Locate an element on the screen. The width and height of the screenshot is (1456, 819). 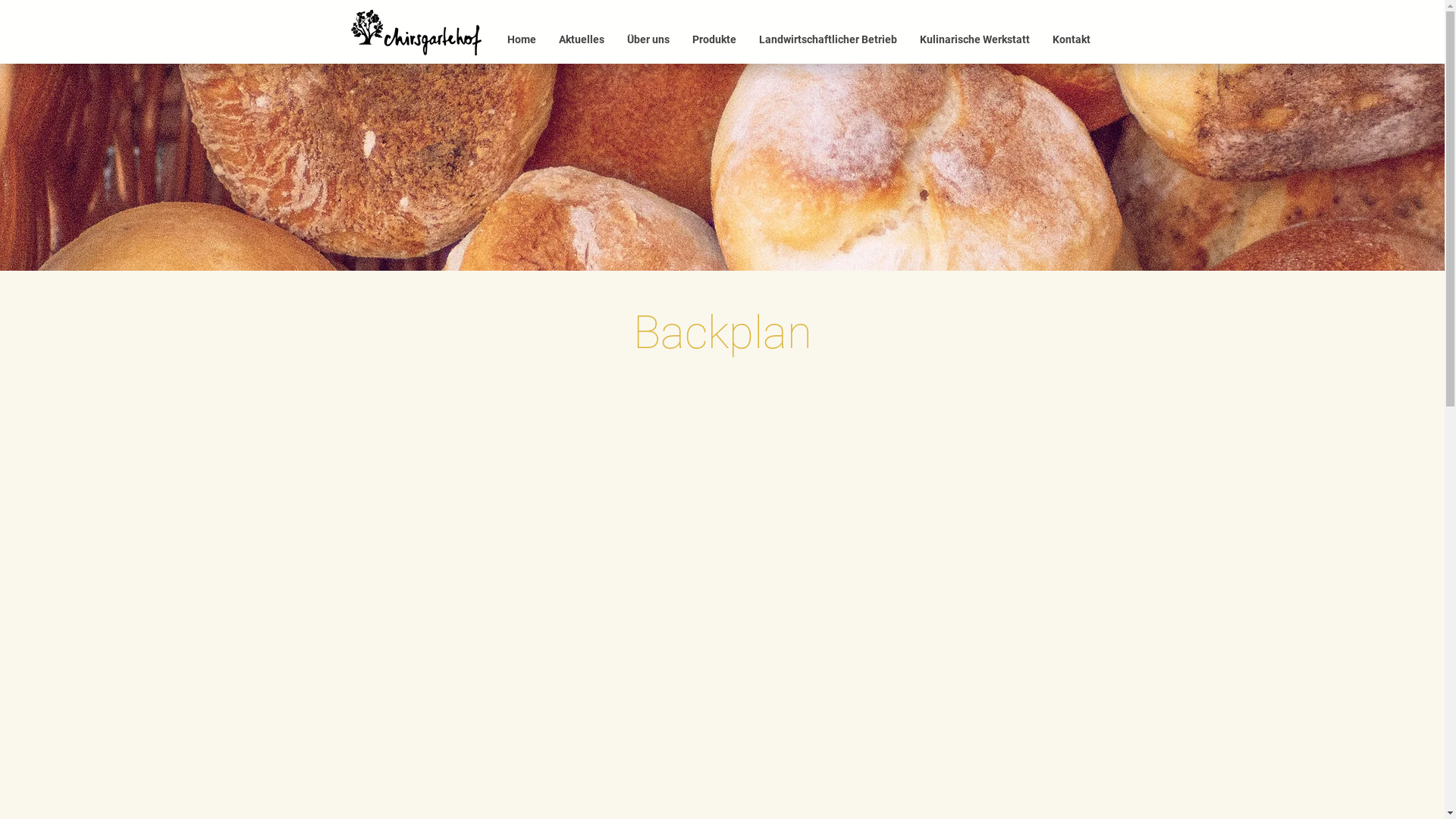
'Landwirtschaftlicher Betrieb' is located at coordinates (827, 39).